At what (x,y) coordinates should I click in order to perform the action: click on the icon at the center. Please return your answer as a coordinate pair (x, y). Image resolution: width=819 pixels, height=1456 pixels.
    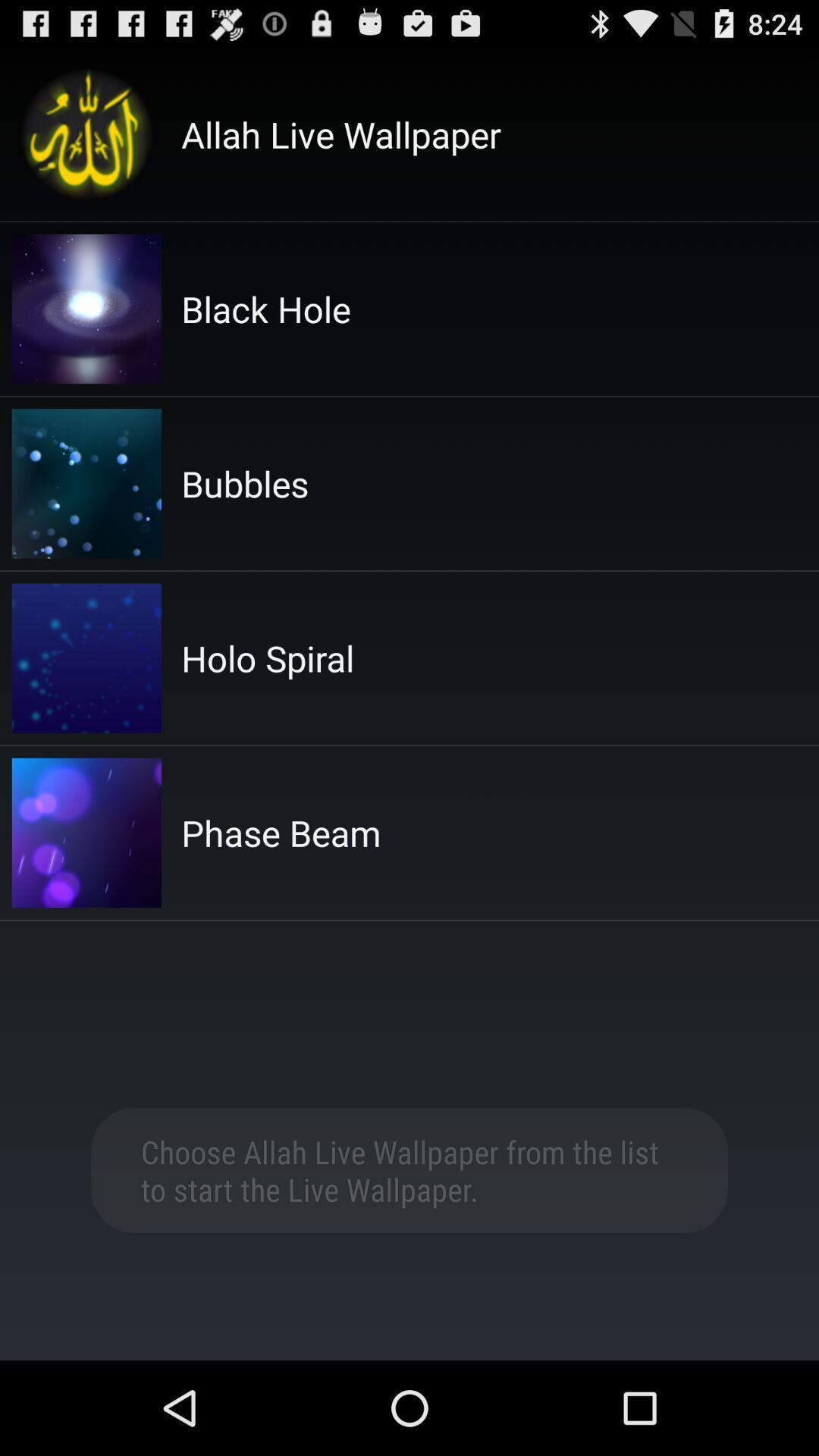
    Looking at the image, I should click on (281, 832).